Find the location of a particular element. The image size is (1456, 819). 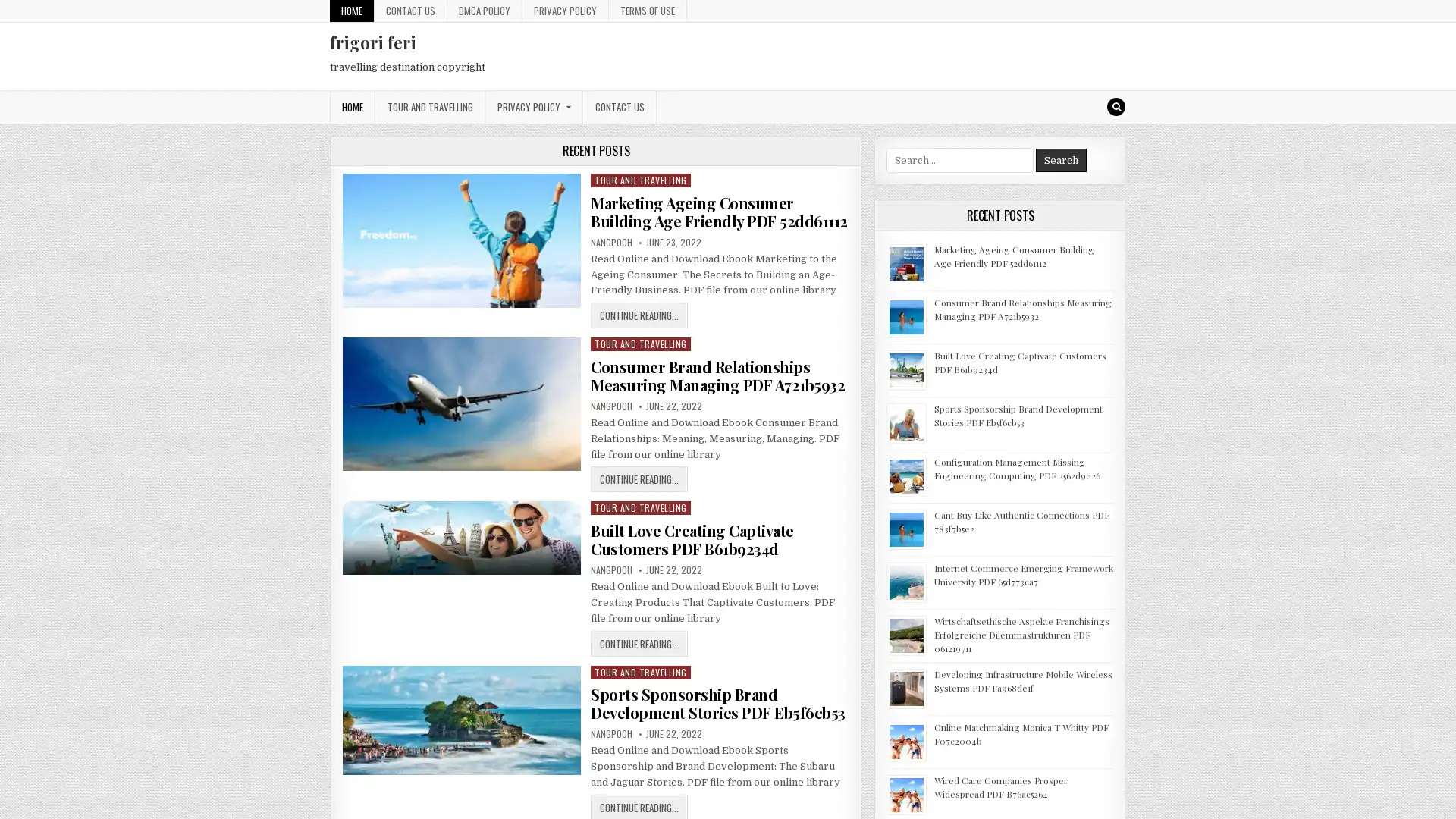

Search is located at coordinates (1060, 160).